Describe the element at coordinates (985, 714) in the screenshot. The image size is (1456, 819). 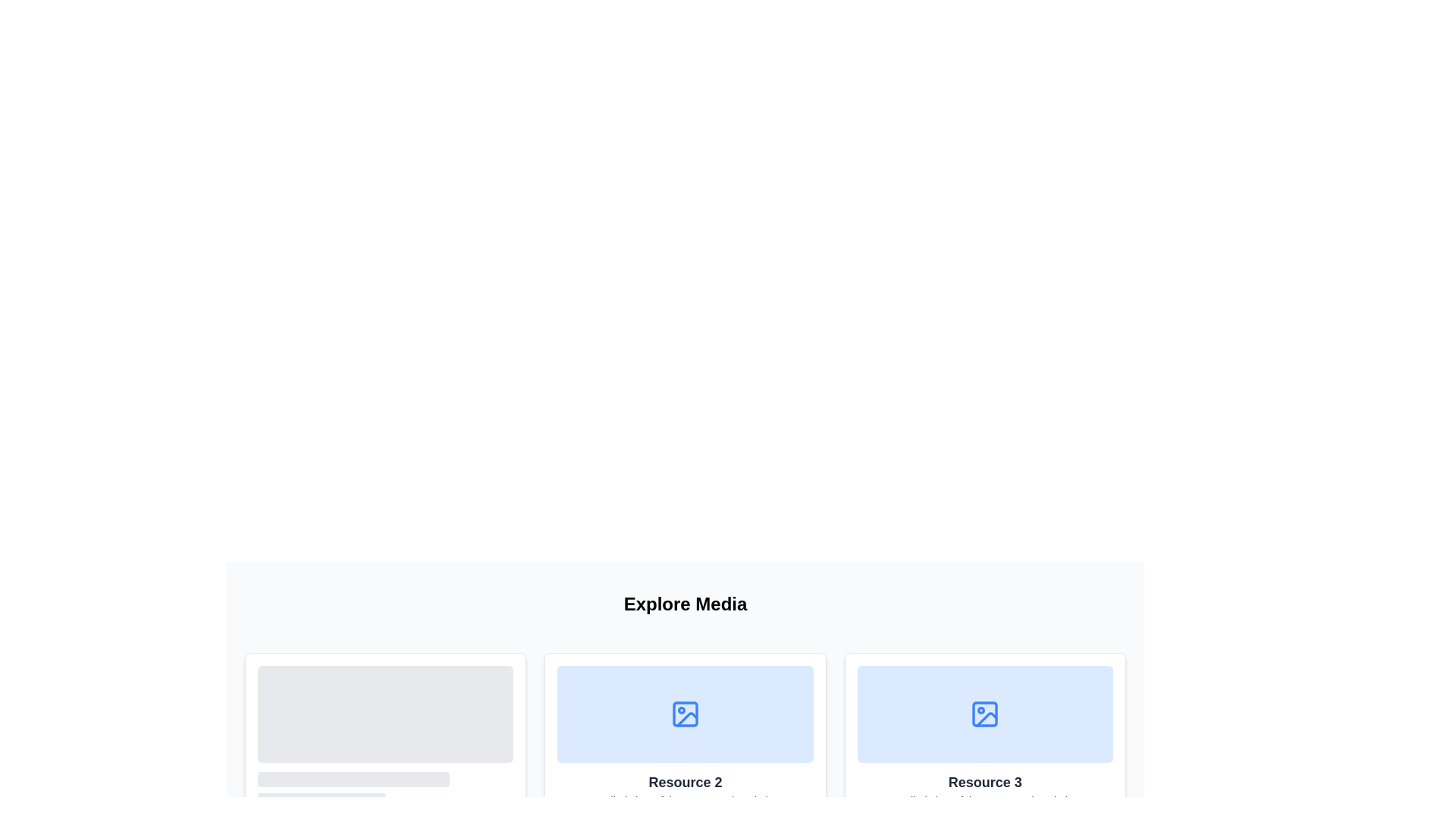
I see `the icon centered within the blue card labeled 'Resource 3'` at that location.